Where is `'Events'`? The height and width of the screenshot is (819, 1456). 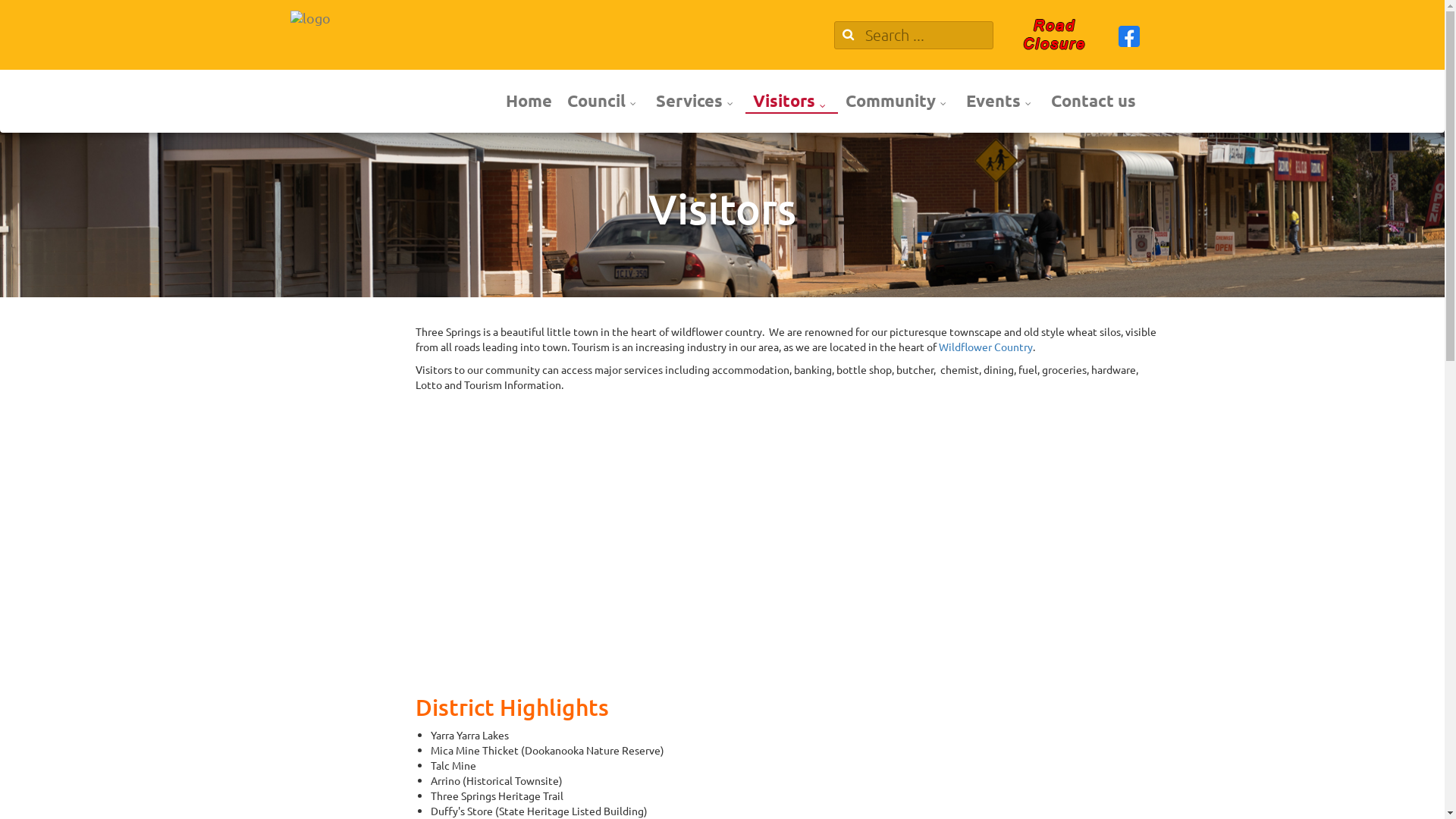
'Events' is located at coordinates (1001, 100).